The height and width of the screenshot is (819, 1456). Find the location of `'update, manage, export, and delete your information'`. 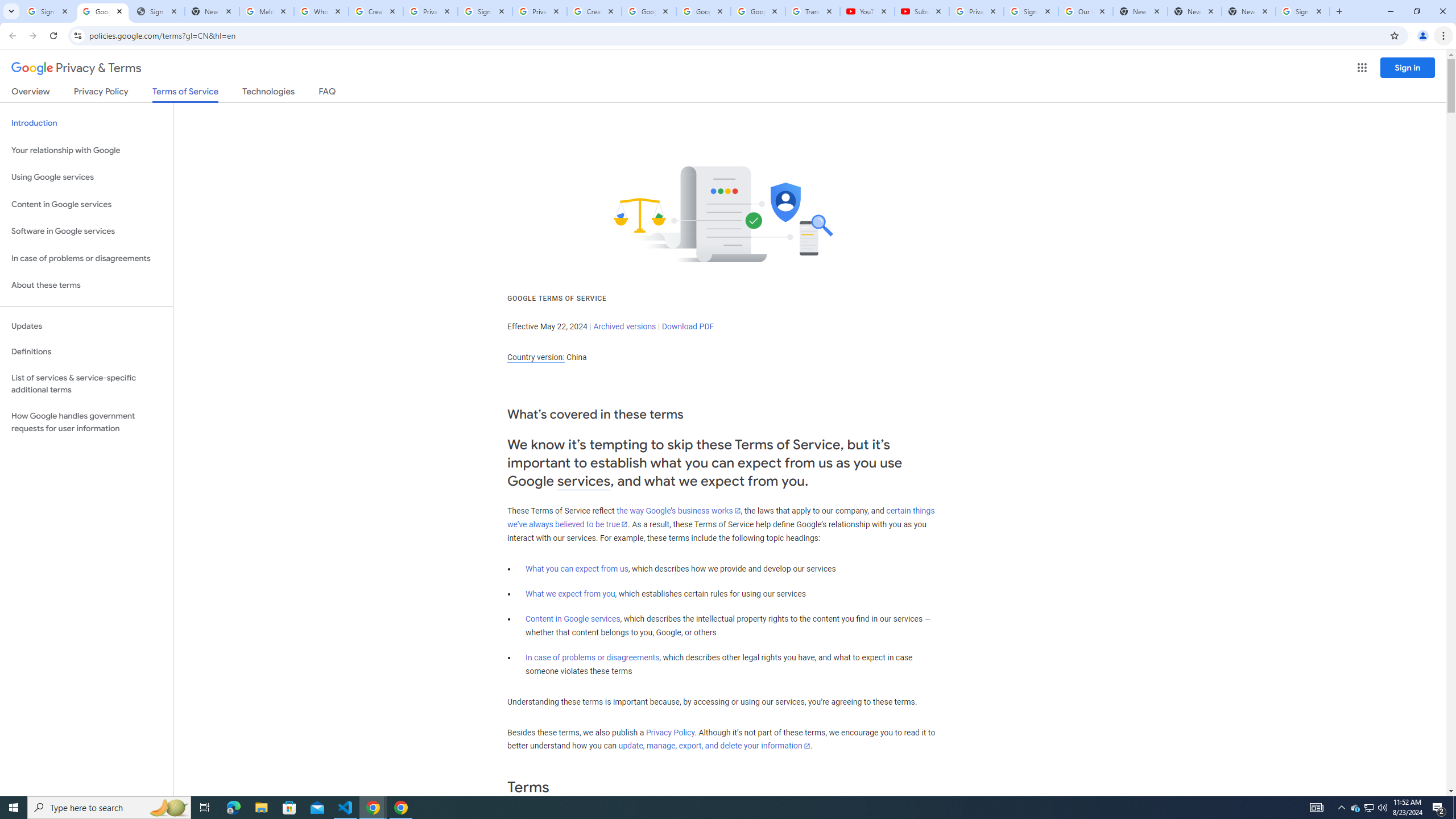

'update, manage, export, and delete your information' is located at coordinates (714, 745).